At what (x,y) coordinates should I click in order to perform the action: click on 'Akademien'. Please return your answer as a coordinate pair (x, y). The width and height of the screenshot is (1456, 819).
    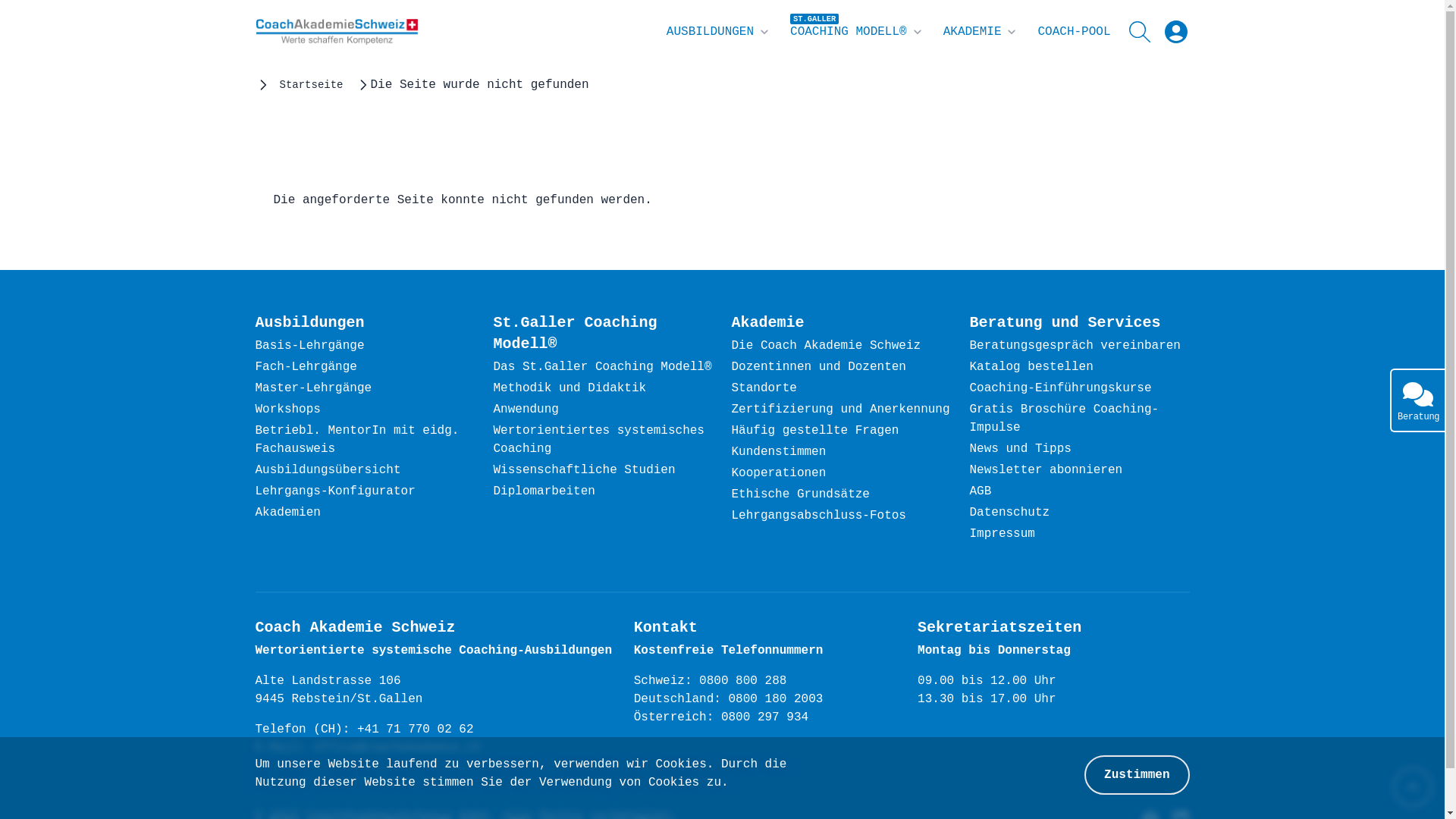
    Looking at the image, I should click on (287, 513).